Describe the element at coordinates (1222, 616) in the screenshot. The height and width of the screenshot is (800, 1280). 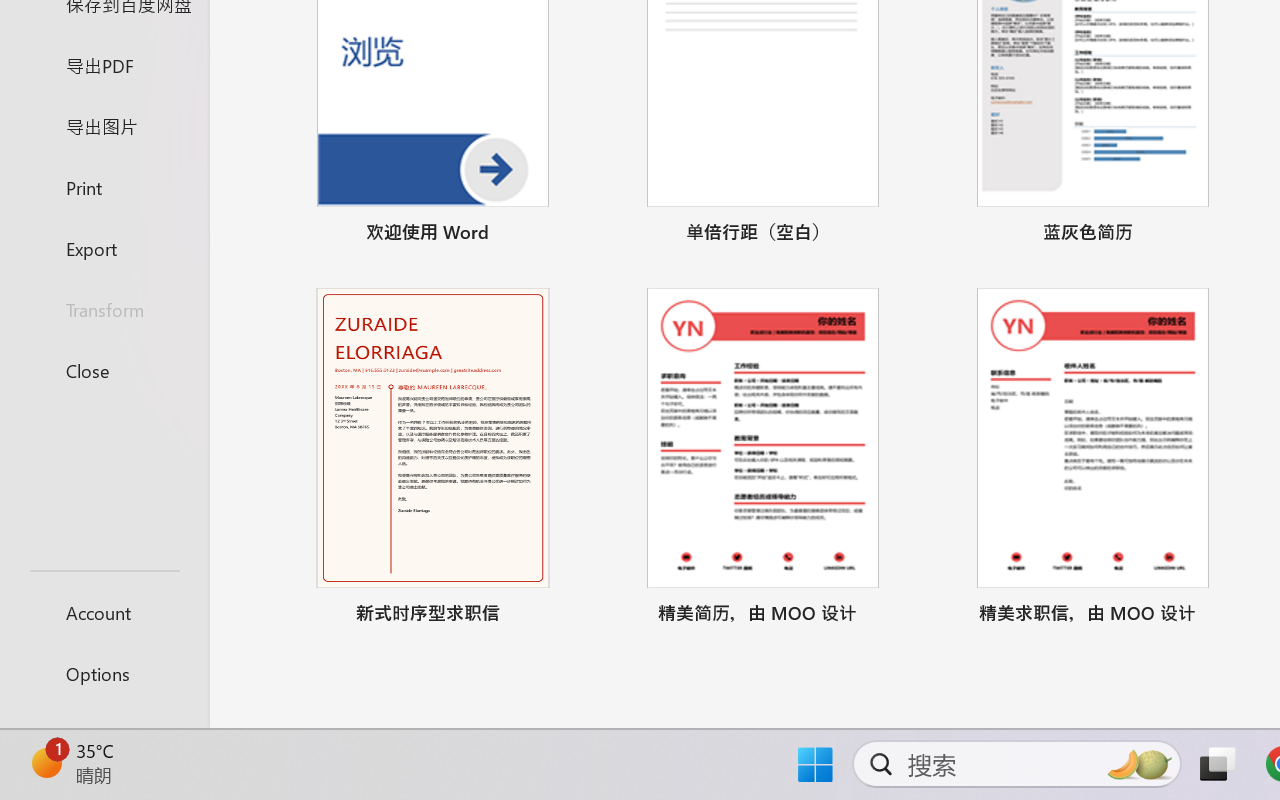
I see `'Pin to list'` at that location.